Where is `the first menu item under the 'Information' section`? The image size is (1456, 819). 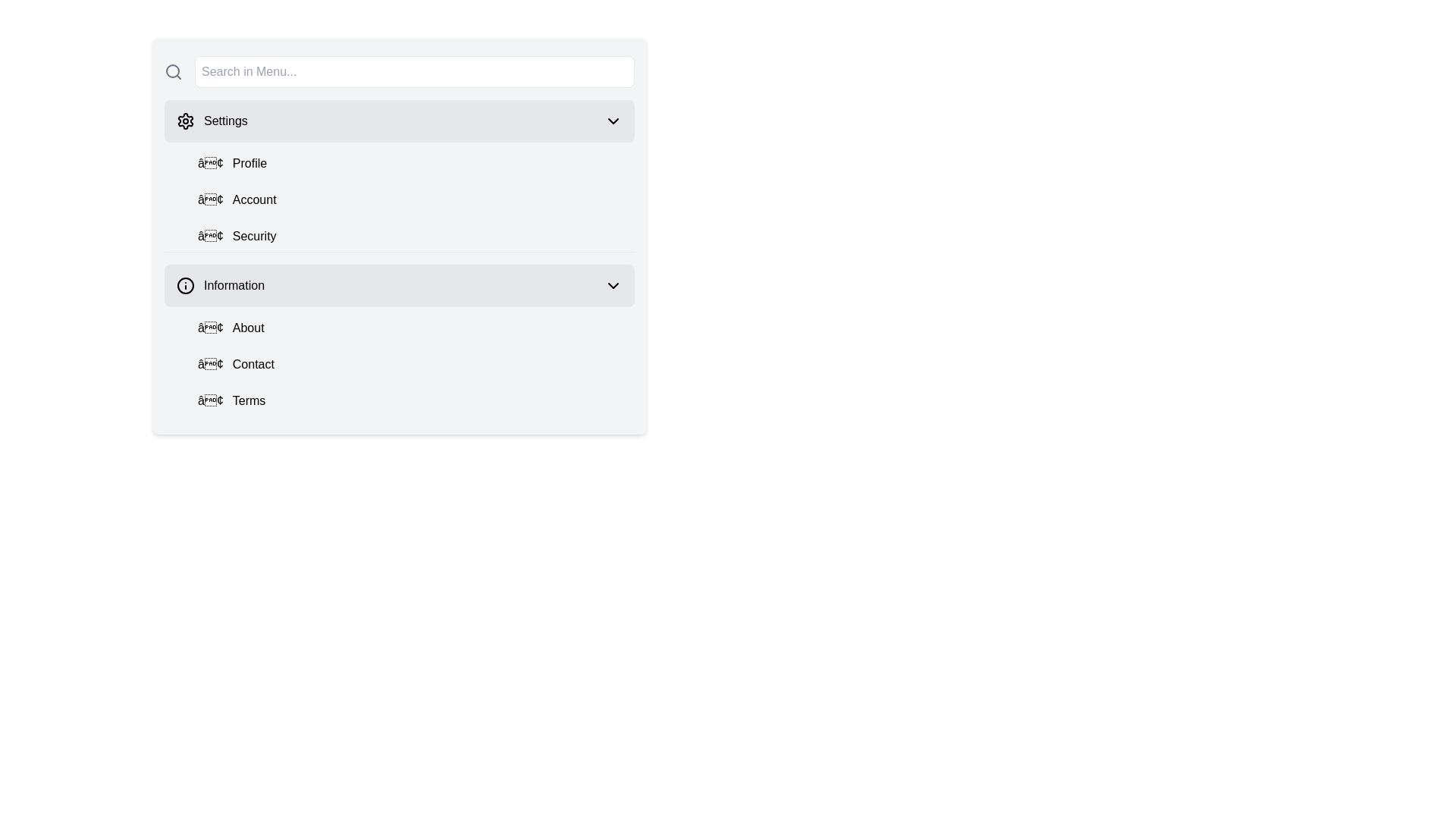
the first menu item under the 'Information' section is located at coordinates (400, 327).